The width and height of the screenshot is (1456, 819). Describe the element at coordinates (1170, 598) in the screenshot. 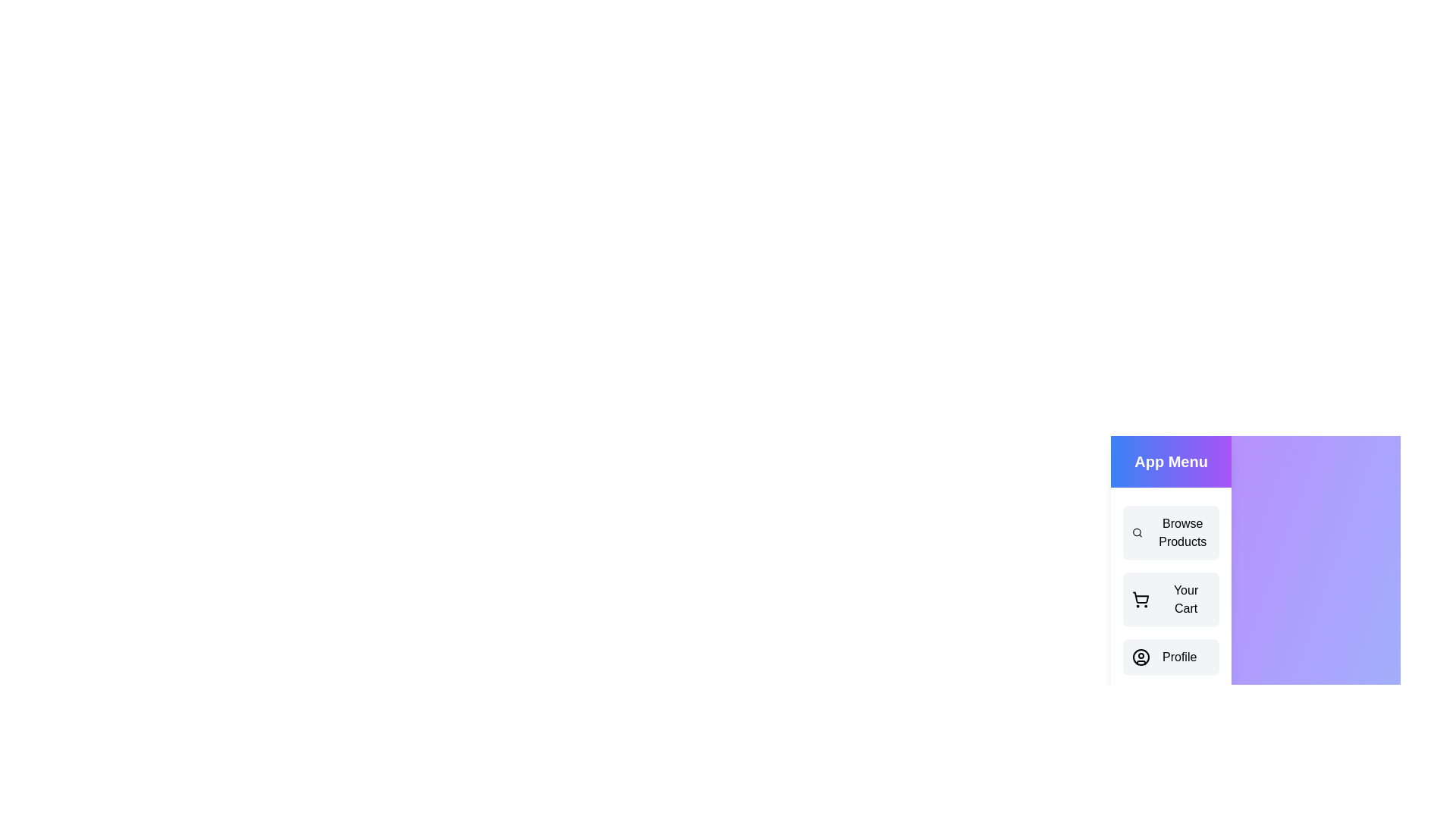

I see `the menu item Your Cart to observe the hover effect` at that location.